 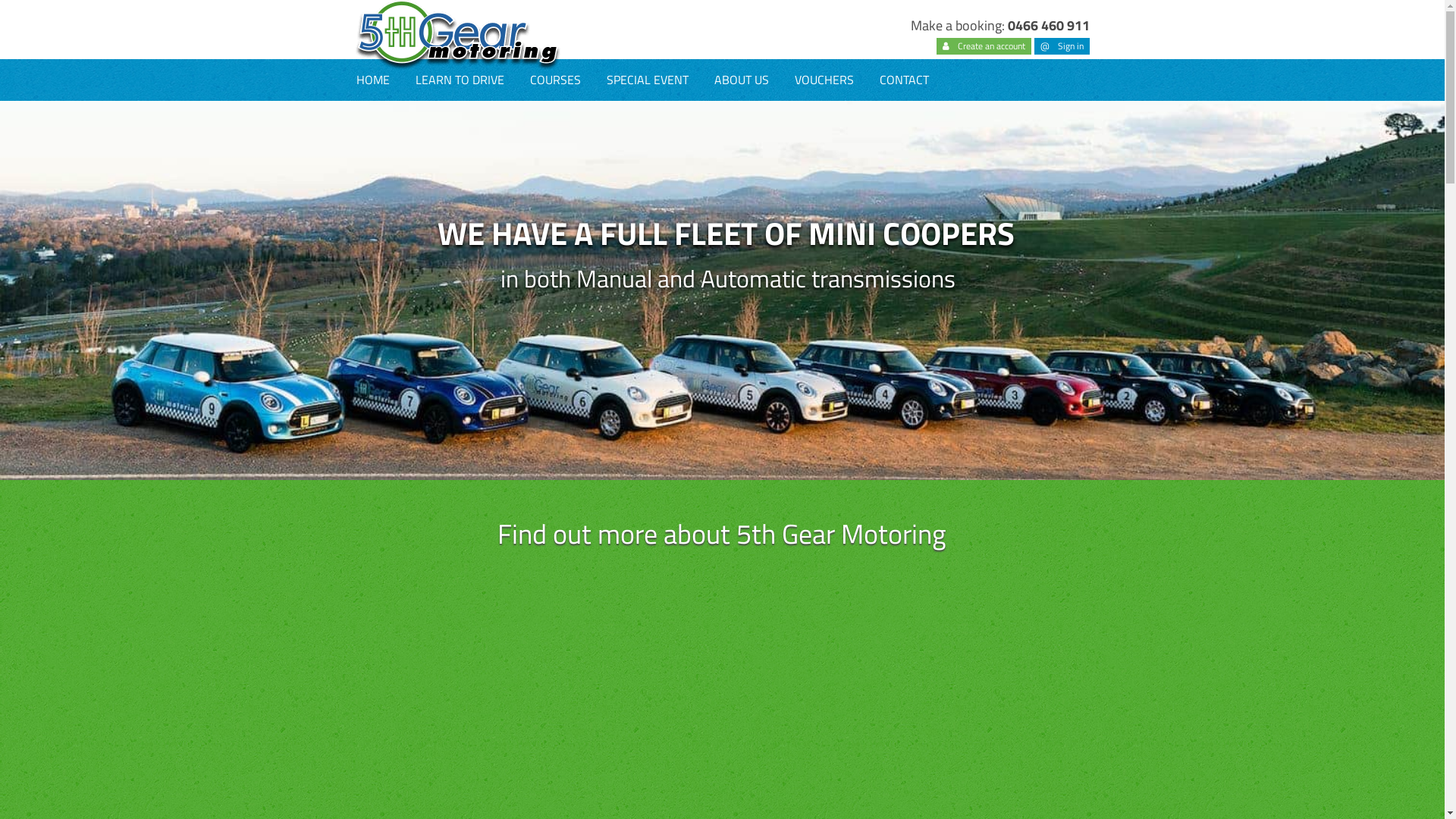 I want to click on 'HOME', so click(x=372, y=80).